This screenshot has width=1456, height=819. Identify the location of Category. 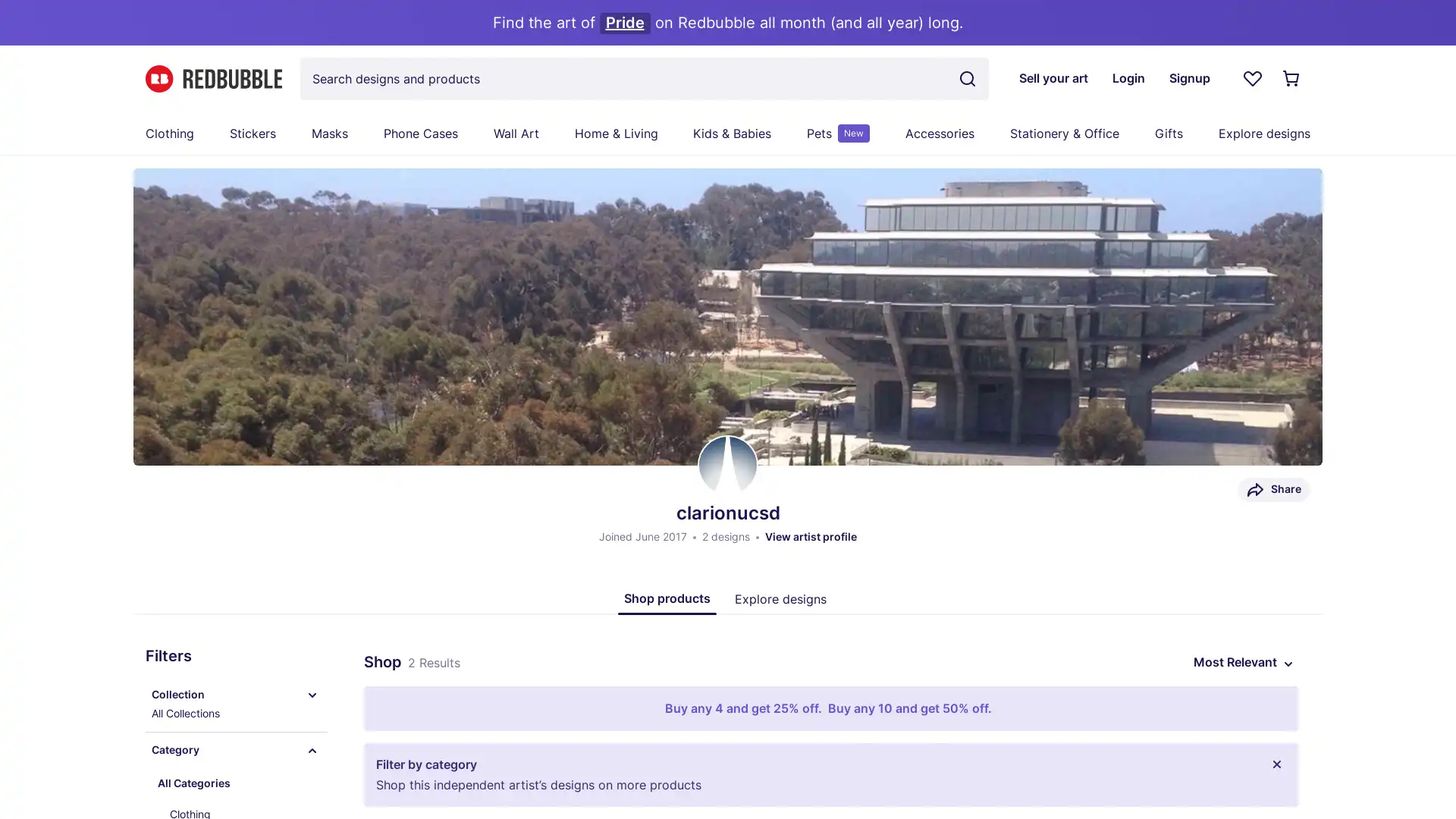
(236, 751).